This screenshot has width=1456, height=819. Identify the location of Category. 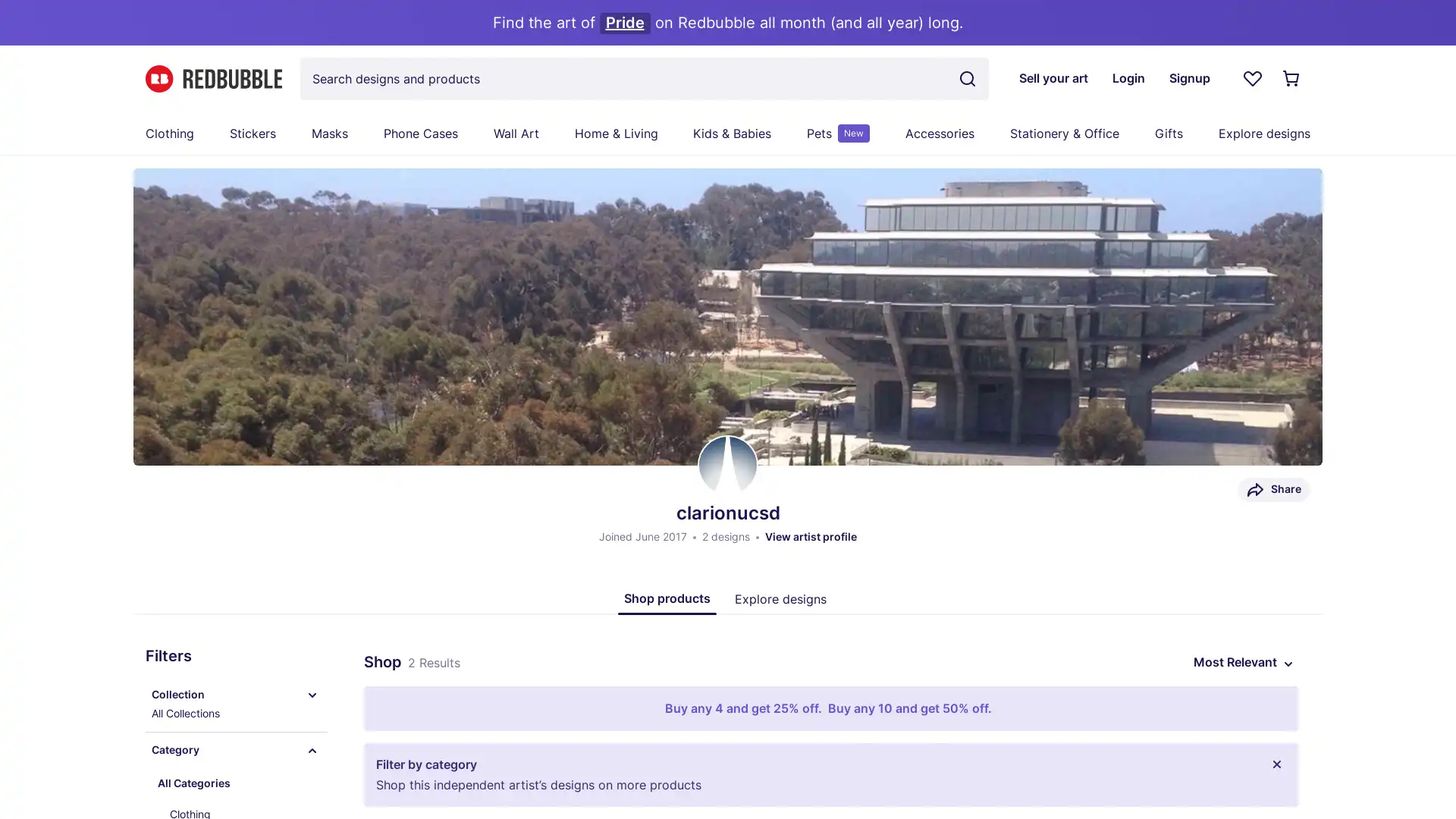
(236, 751).